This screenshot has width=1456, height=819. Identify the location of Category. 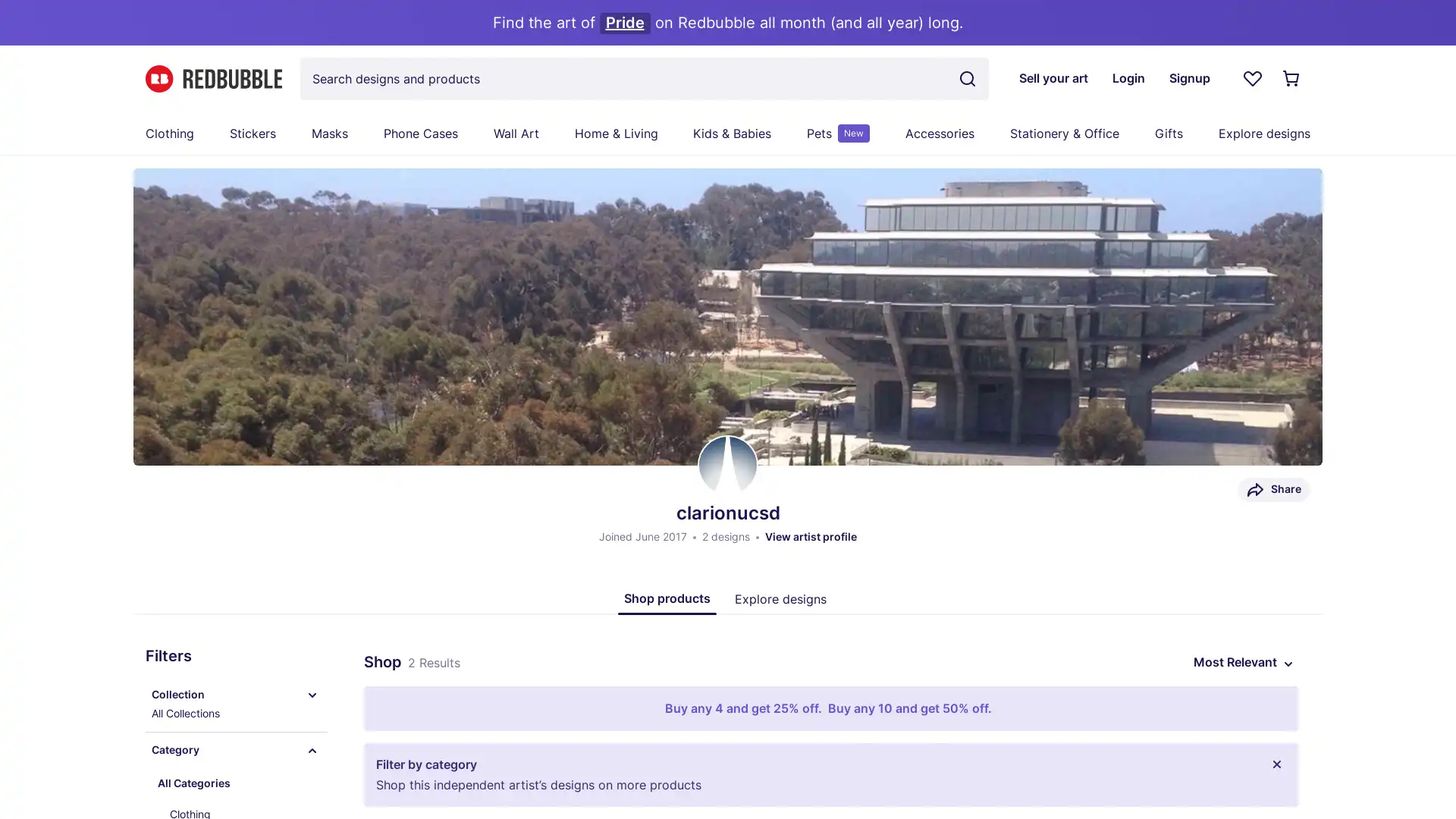
(236, 751).